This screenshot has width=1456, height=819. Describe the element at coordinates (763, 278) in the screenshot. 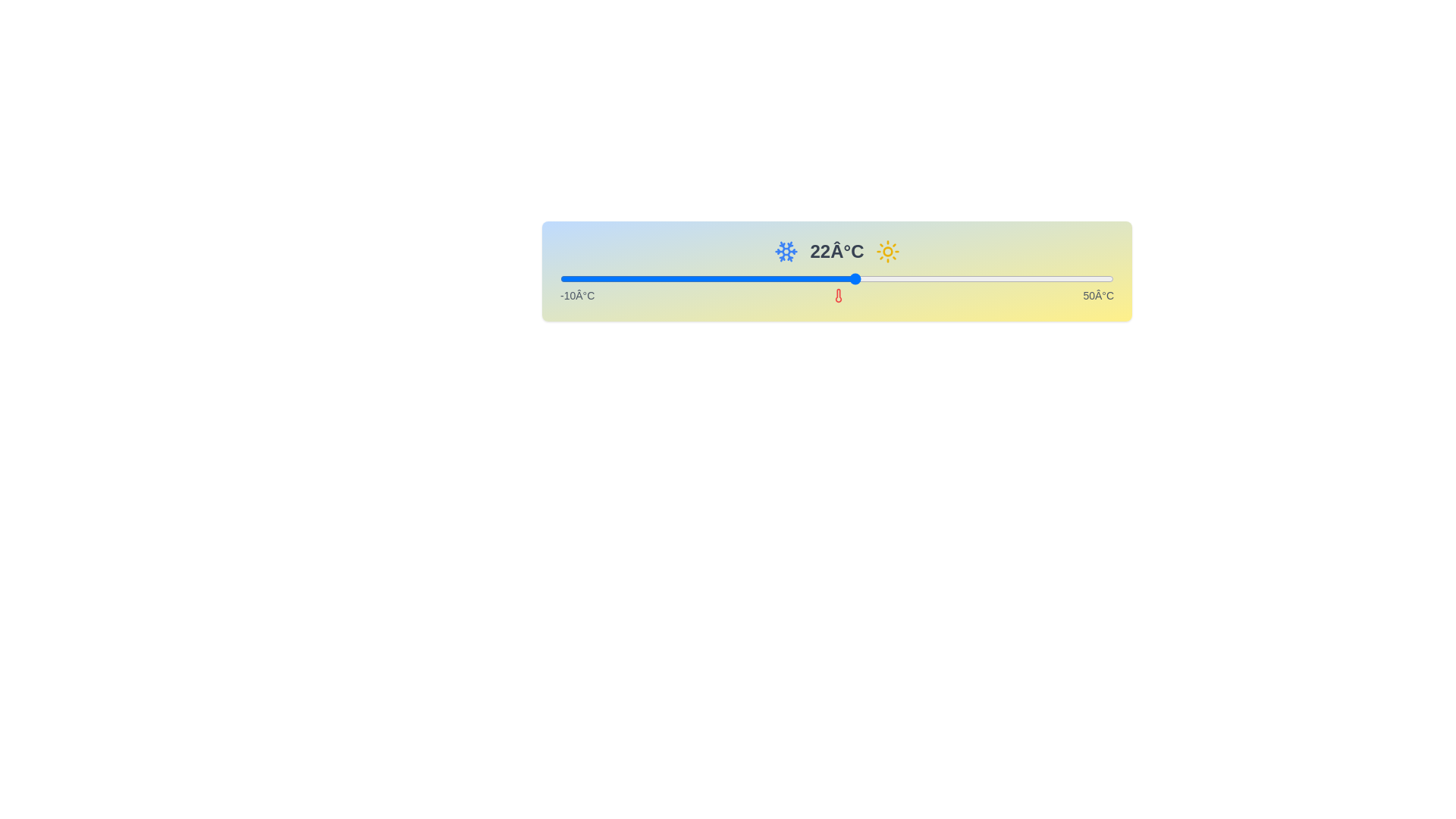

I see `the temperature slider to 12°C` at that location.